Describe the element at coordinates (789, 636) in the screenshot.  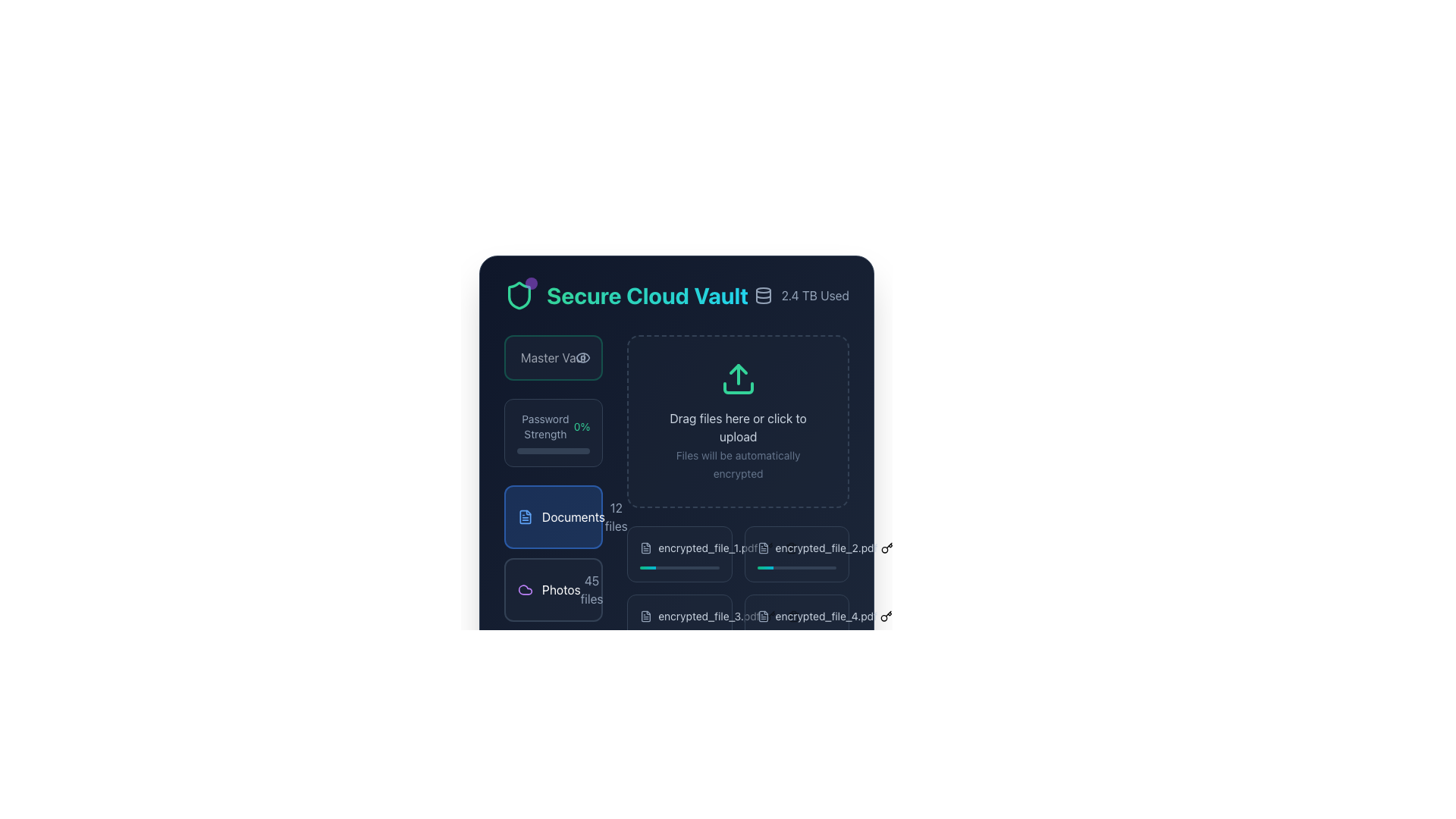
I see `the progress bar located near the bottom center of the interface, which has a gradient color transitioning from emerald green to cyan` at that location.